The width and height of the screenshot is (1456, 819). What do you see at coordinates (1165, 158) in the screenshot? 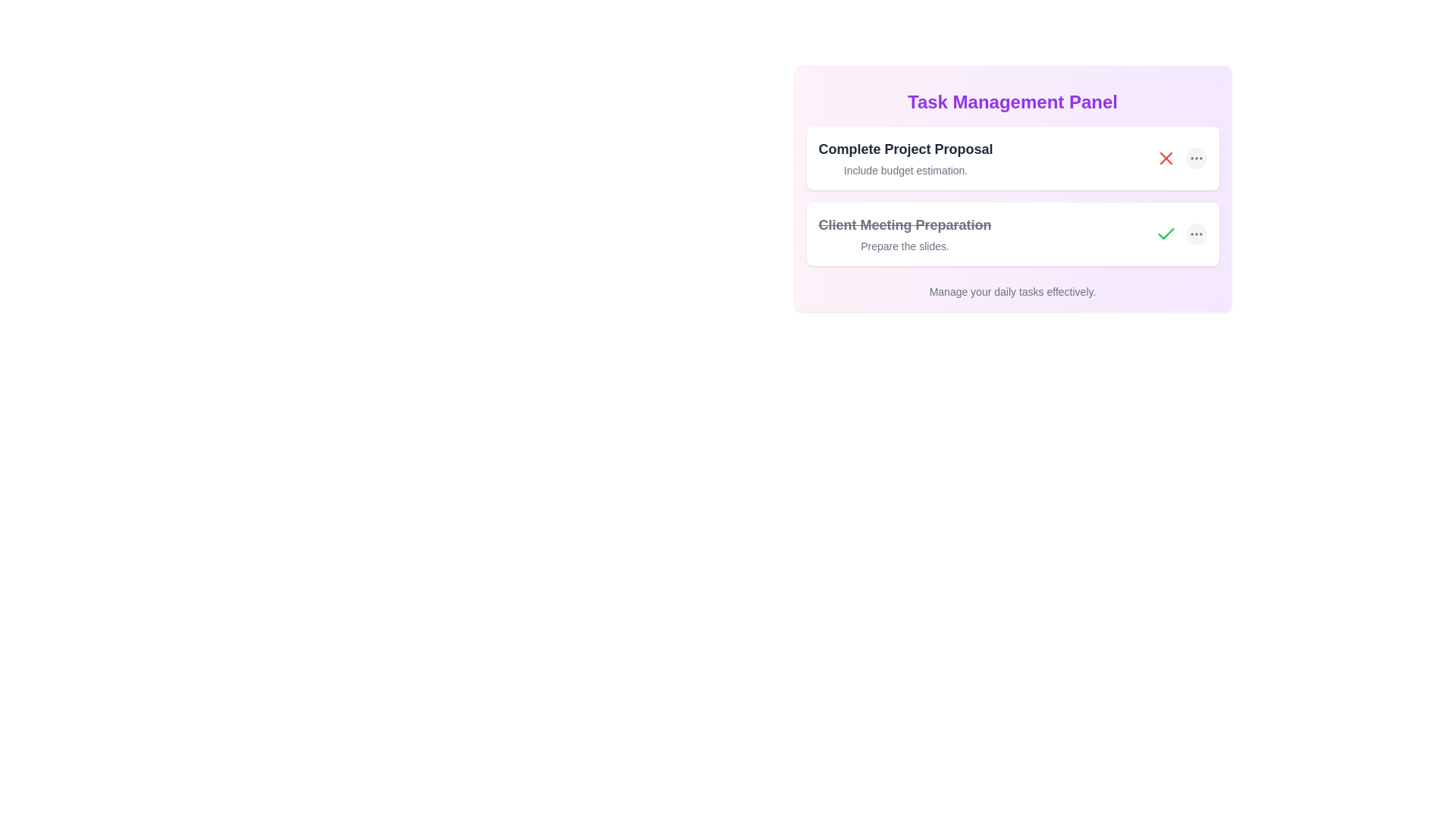
I see `the red 'X' icon button in the upper portion of the Task Management Panel` at bounding box center [1165, 158].